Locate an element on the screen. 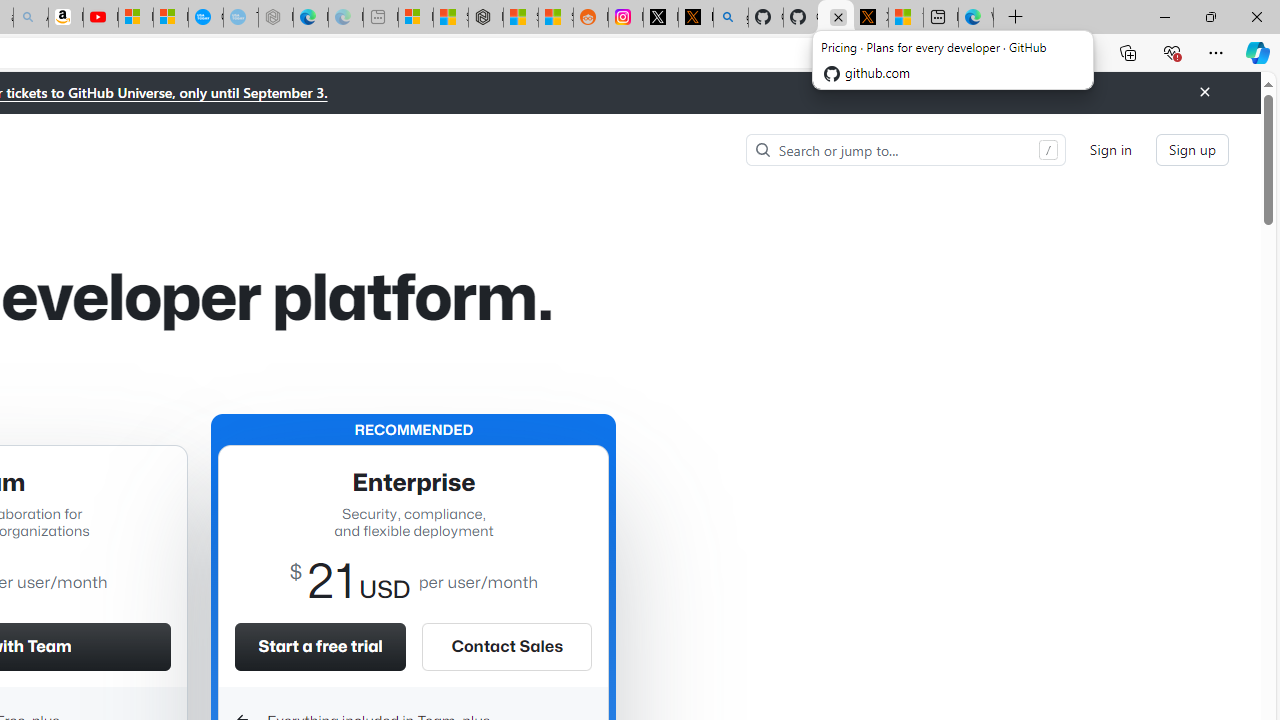 Image resolution: width=1280 pixels, height=720 pixels. 'Contact Sales' is located at coordinates (506, 646).